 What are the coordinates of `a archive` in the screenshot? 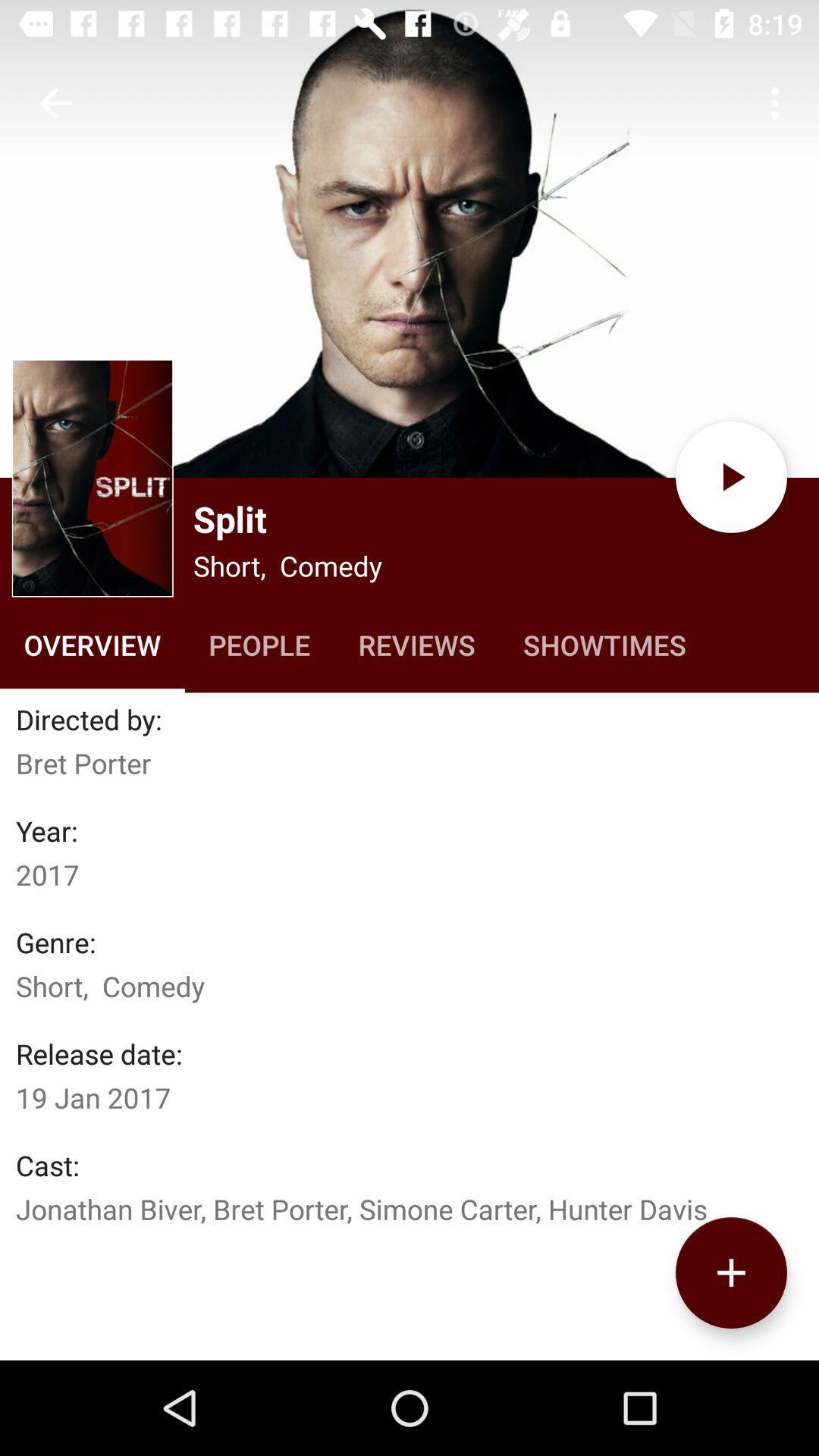 It's located at (730, 1272).